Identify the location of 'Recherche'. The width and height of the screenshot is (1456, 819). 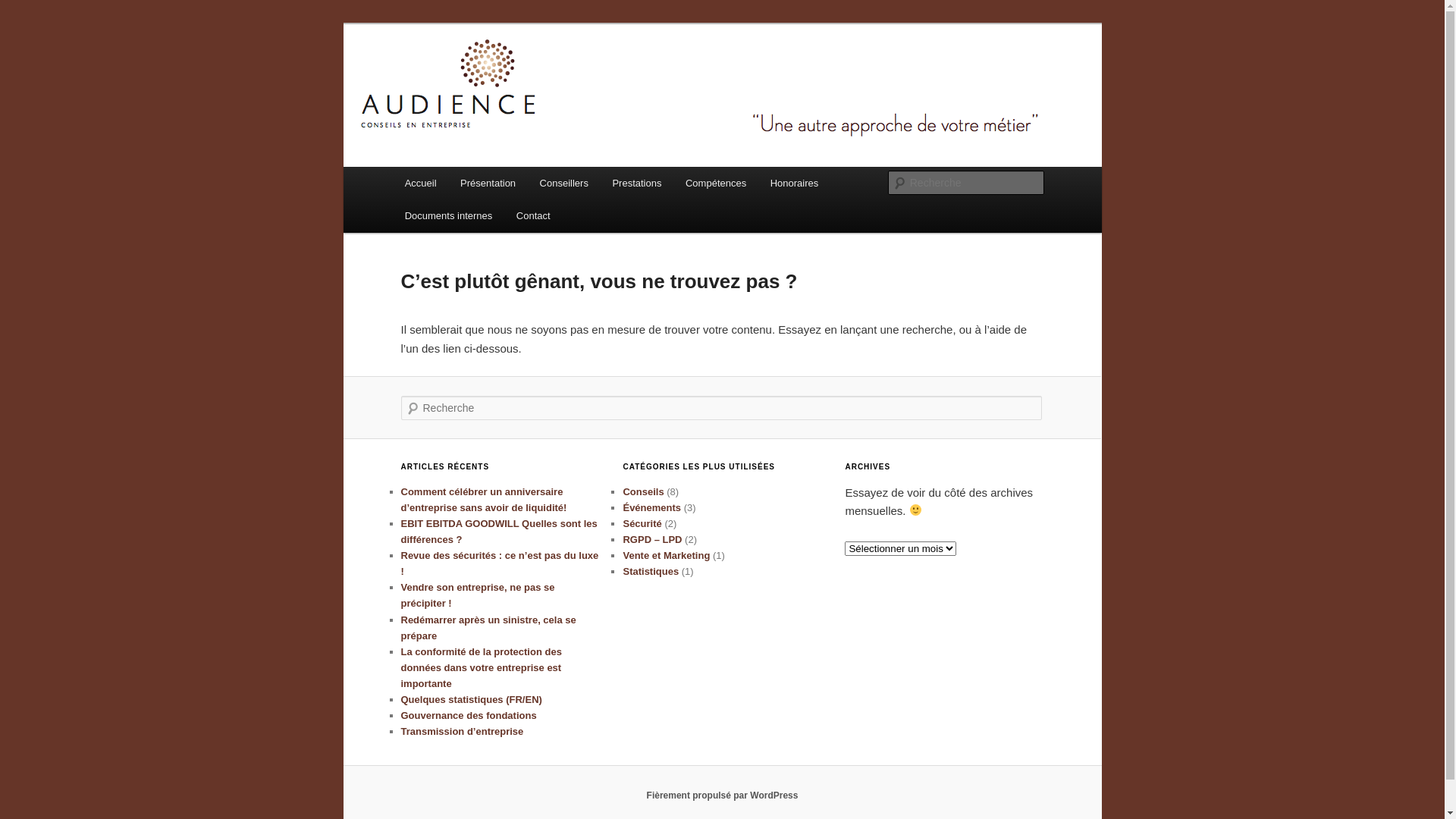
(33, 8).